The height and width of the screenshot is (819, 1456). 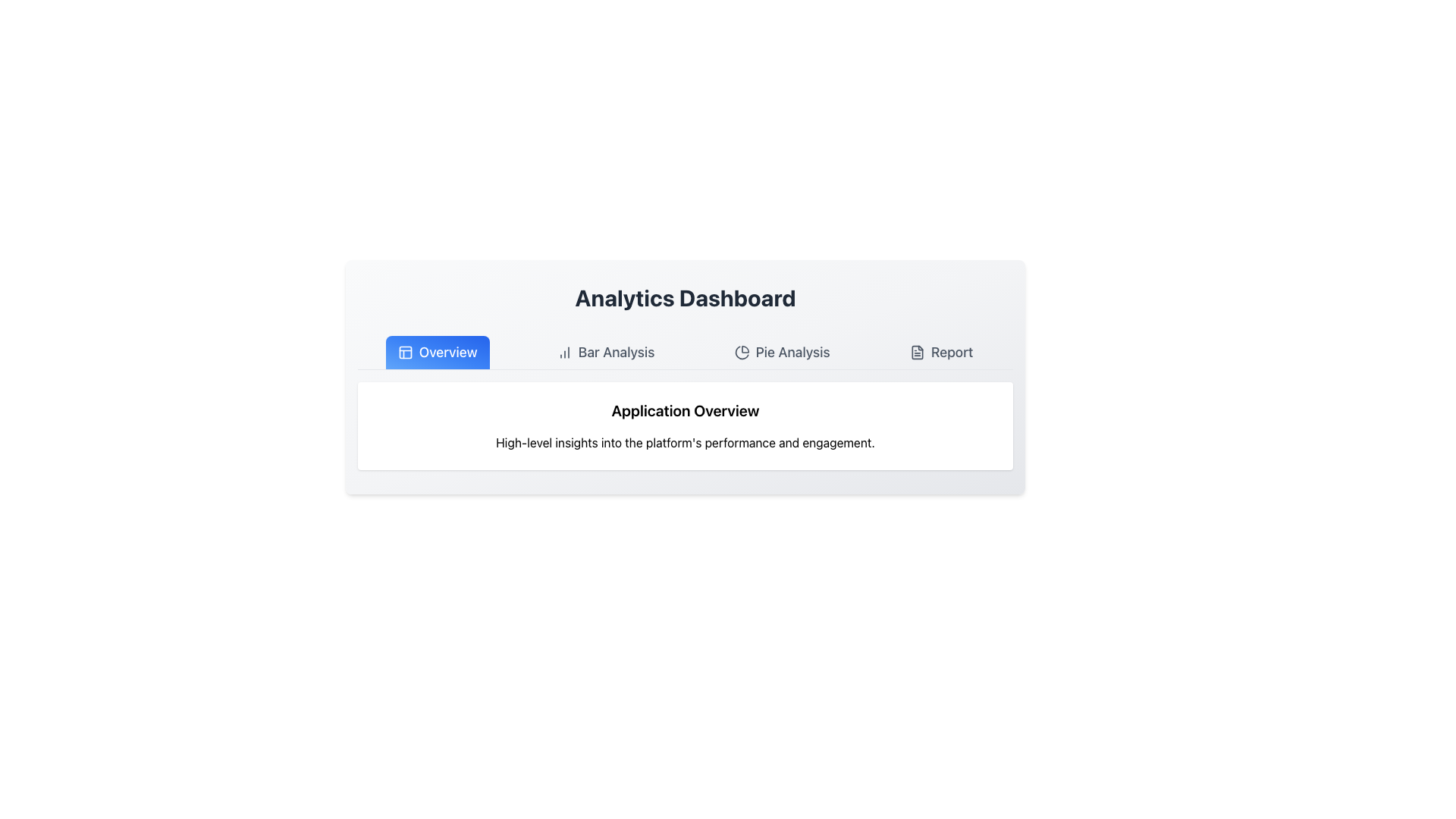 What do you see at coordinates (782, 353) in the screenshot?
I see `the 'Pie Analysis' navigation tab, which is the third tab in the horizontal navigation bar` at bounding box center [782, 353].